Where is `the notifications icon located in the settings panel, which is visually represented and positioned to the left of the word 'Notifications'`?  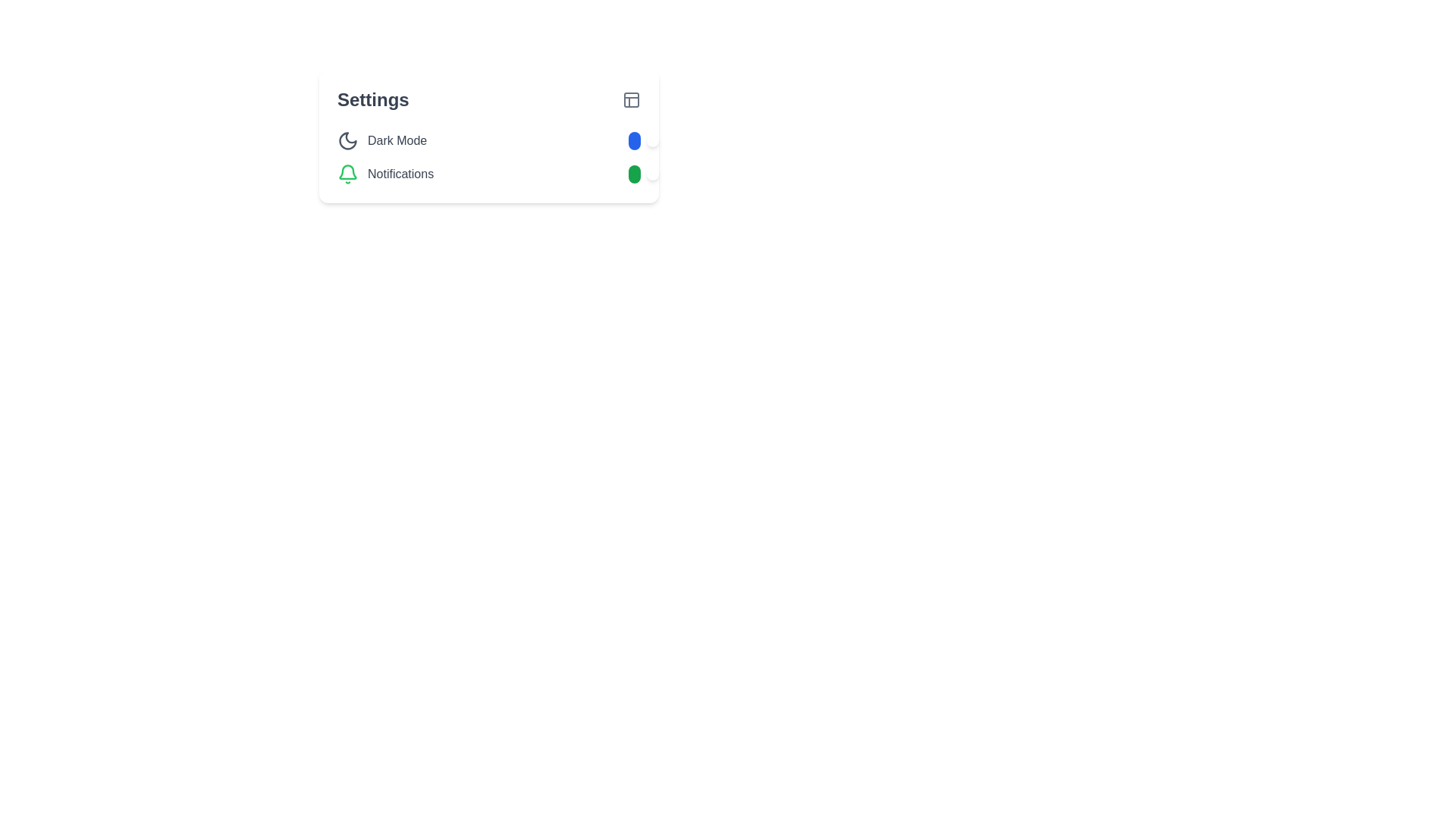
the notifications icon located in the settings panel, which is visually represented and positioned to the left of the word 'Notifications' is located at coordinates (347, 174).